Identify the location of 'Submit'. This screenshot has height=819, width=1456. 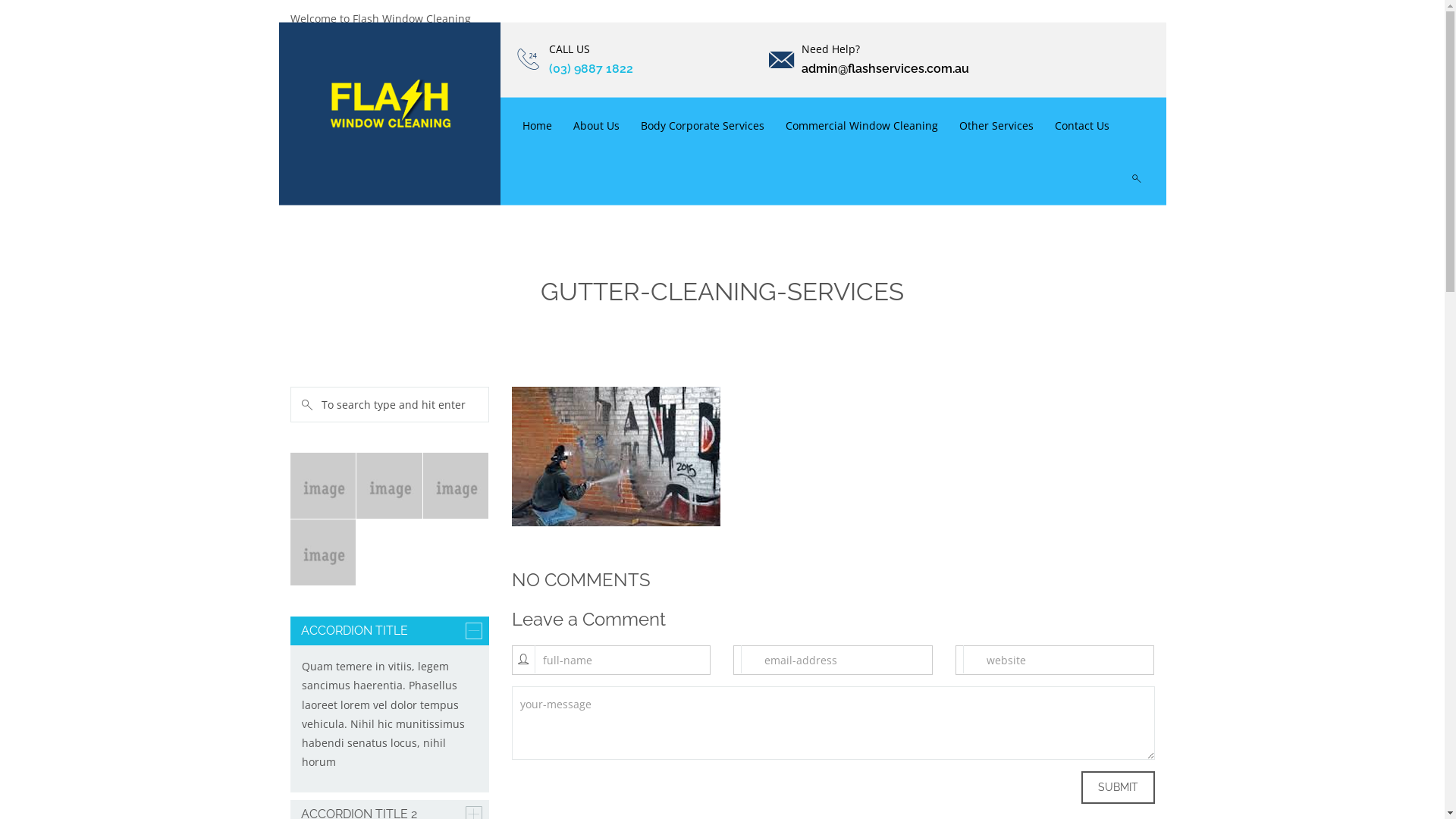
(1118, 786).